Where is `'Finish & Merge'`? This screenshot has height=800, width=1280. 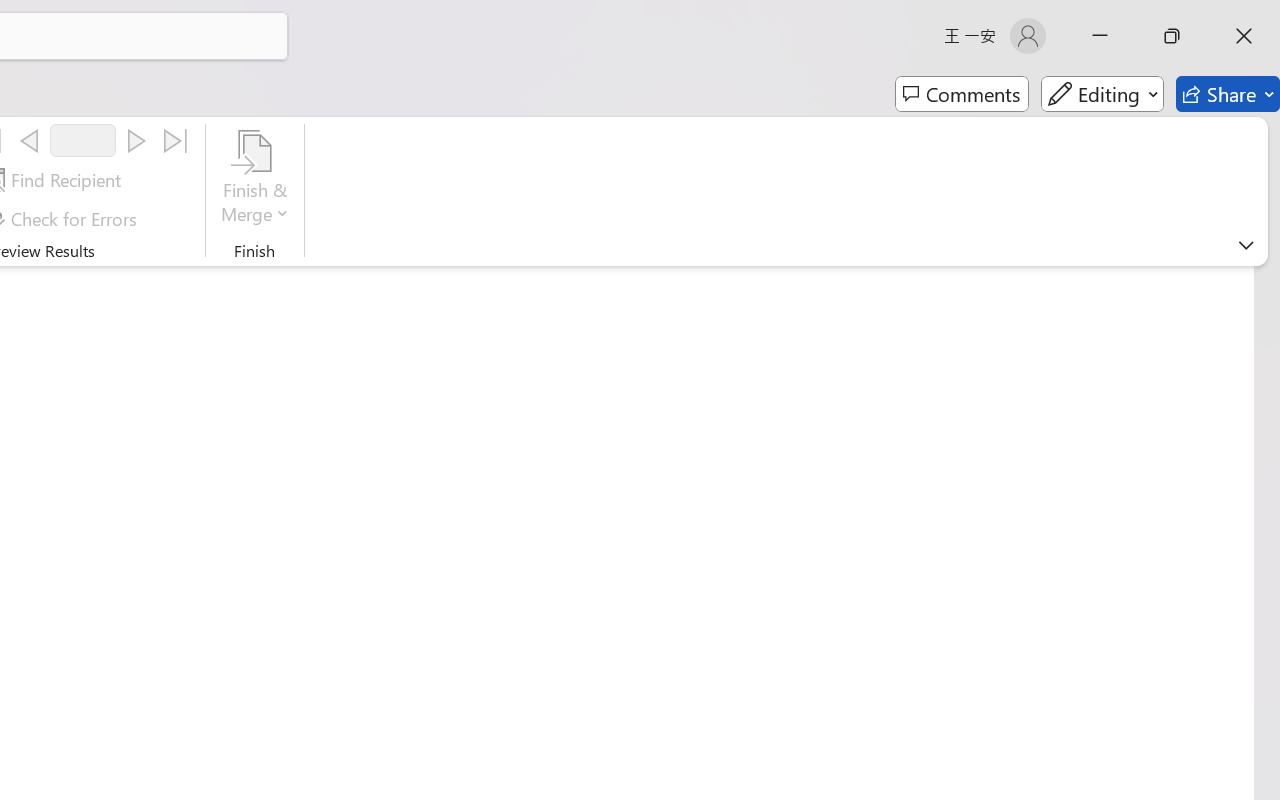 'Finish & Merge' is located at coordinates (254, 179).